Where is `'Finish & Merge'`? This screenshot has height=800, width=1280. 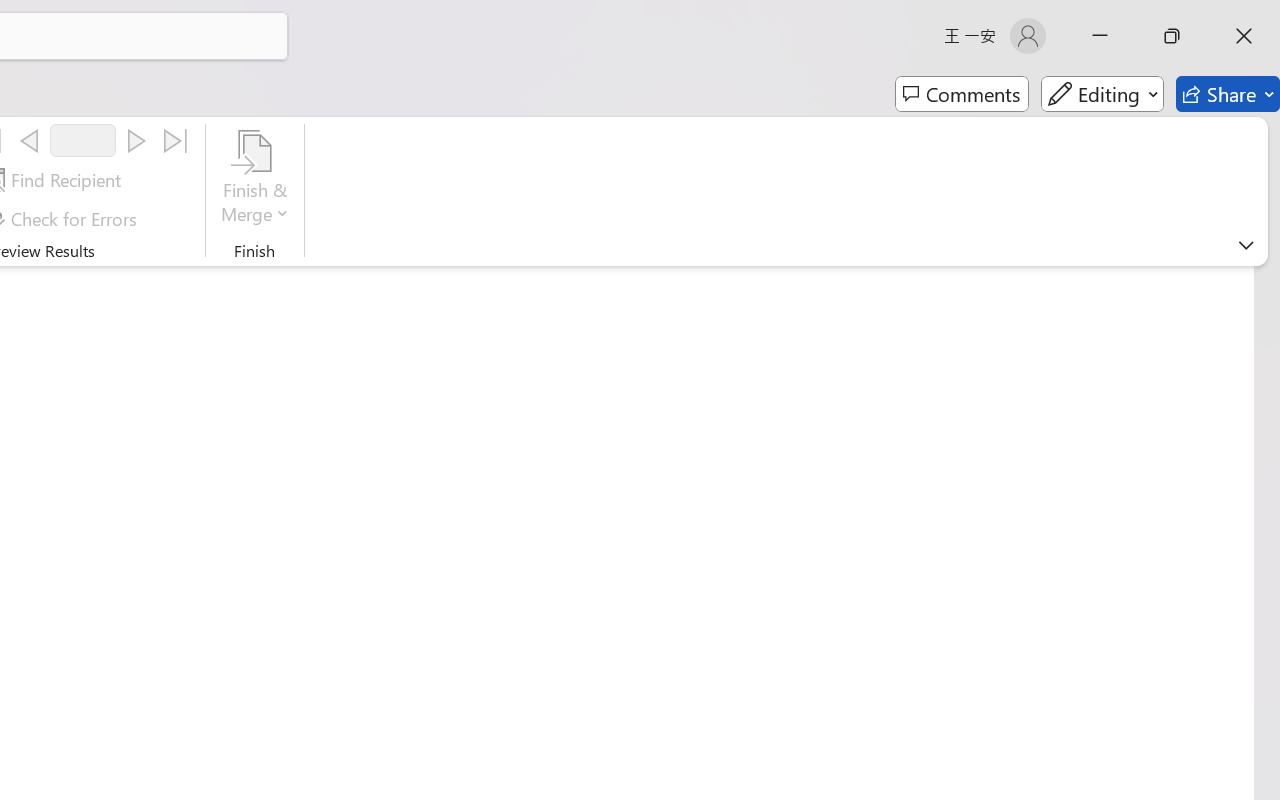 'Finish & Merge' is located at coordinates (254, 179).